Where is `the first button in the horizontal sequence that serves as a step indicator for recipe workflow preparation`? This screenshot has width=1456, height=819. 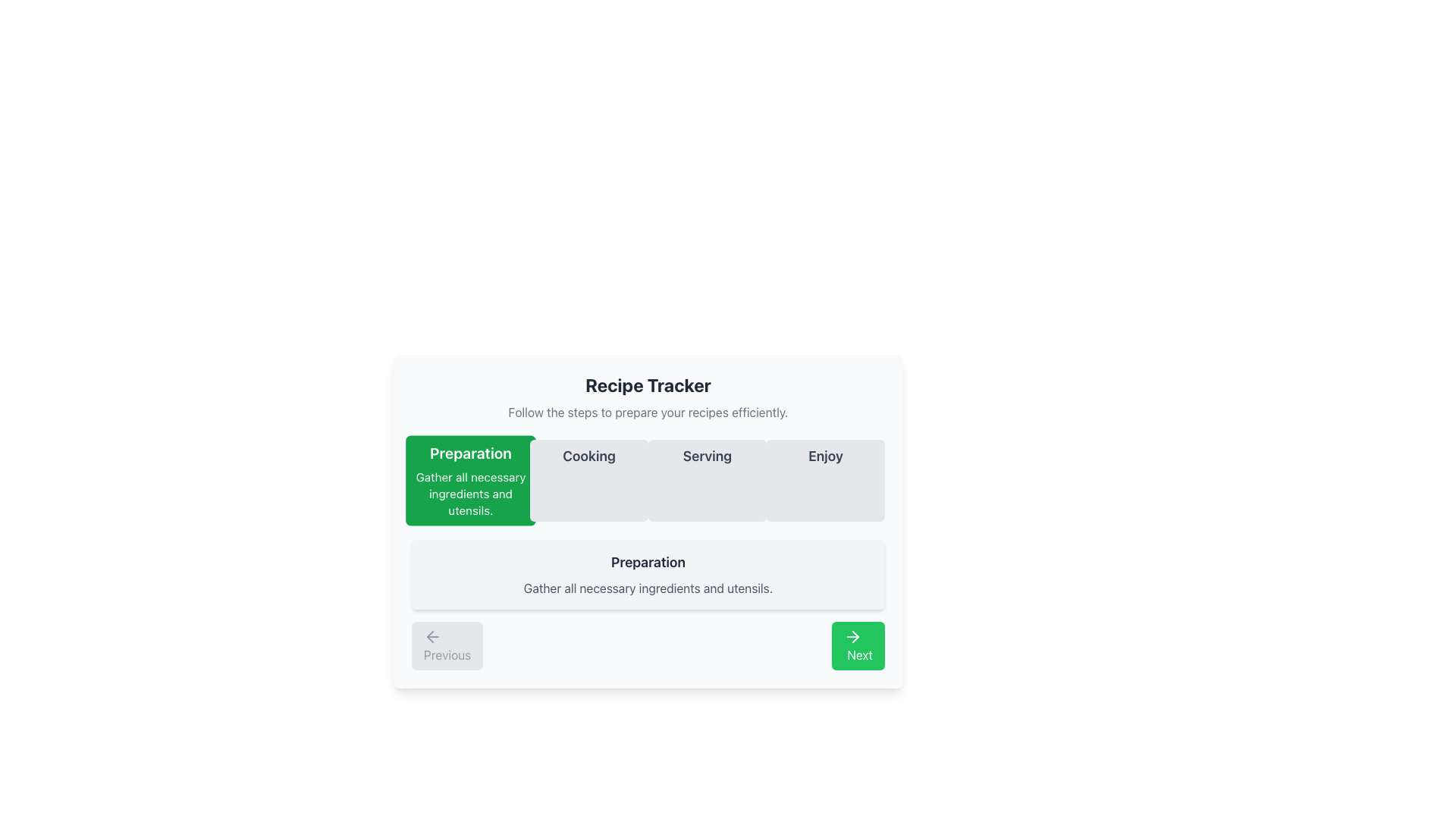
the first button in the horizontal sequence that serves as a step indicator for recipe workflow preparation is located at coordinates (469, 480).